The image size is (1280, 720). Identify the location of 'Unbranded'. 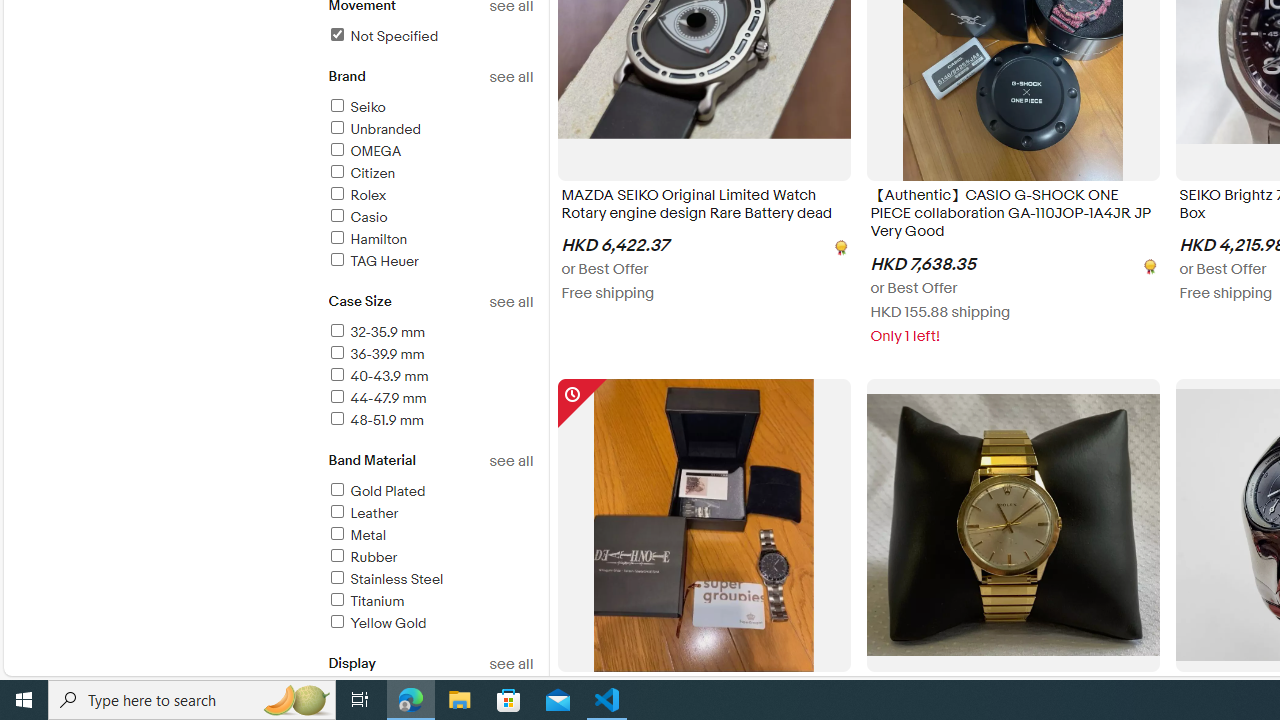
(429, 130).